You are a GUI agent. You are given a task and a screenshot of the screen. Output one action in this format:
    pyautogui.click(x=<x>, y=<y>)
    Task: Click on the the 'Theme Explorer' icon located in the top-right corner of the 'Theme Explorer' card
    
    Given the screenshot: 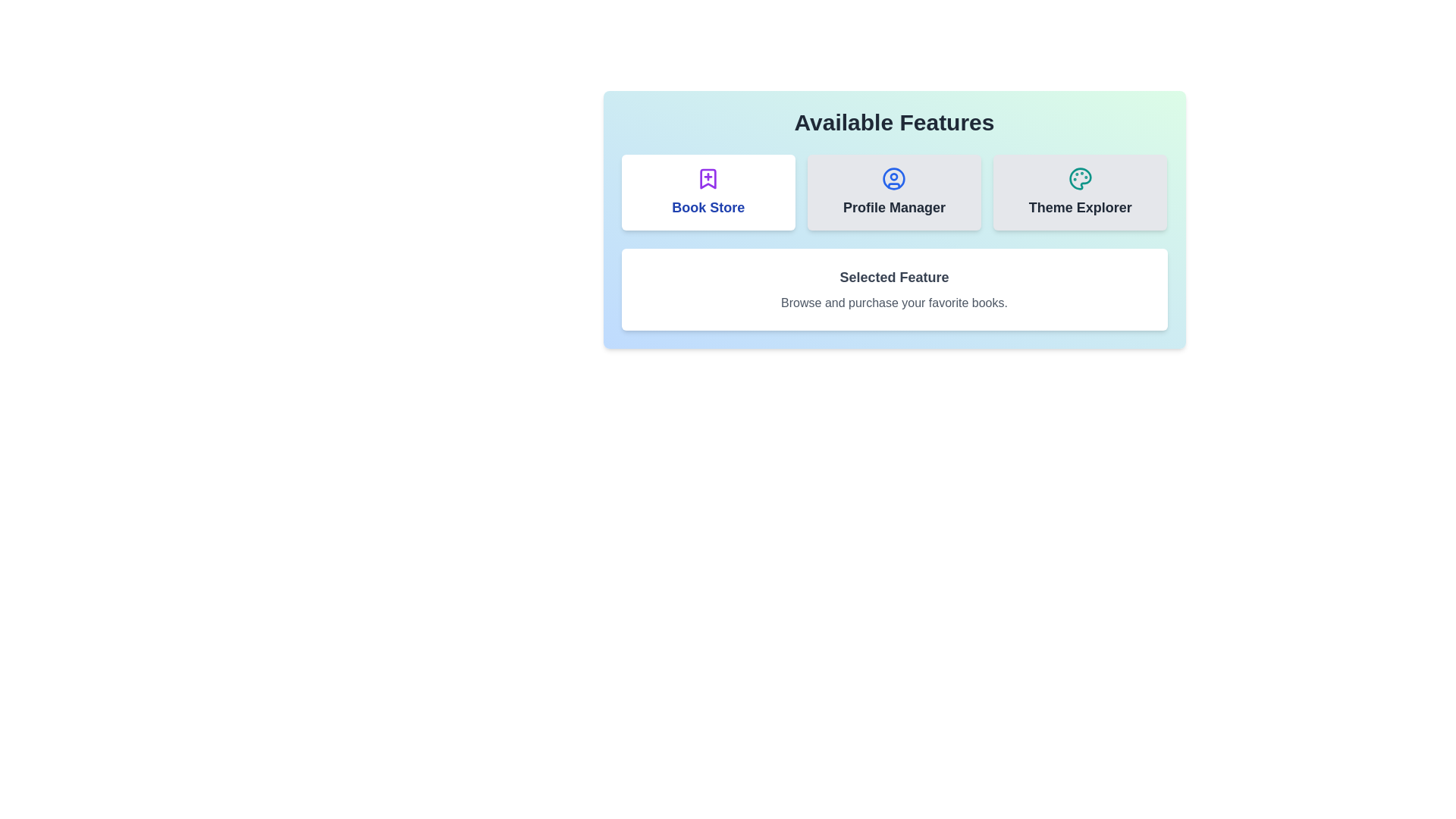 What is the action you would take?
    pyautogui.click(x=1079, y=177)
    